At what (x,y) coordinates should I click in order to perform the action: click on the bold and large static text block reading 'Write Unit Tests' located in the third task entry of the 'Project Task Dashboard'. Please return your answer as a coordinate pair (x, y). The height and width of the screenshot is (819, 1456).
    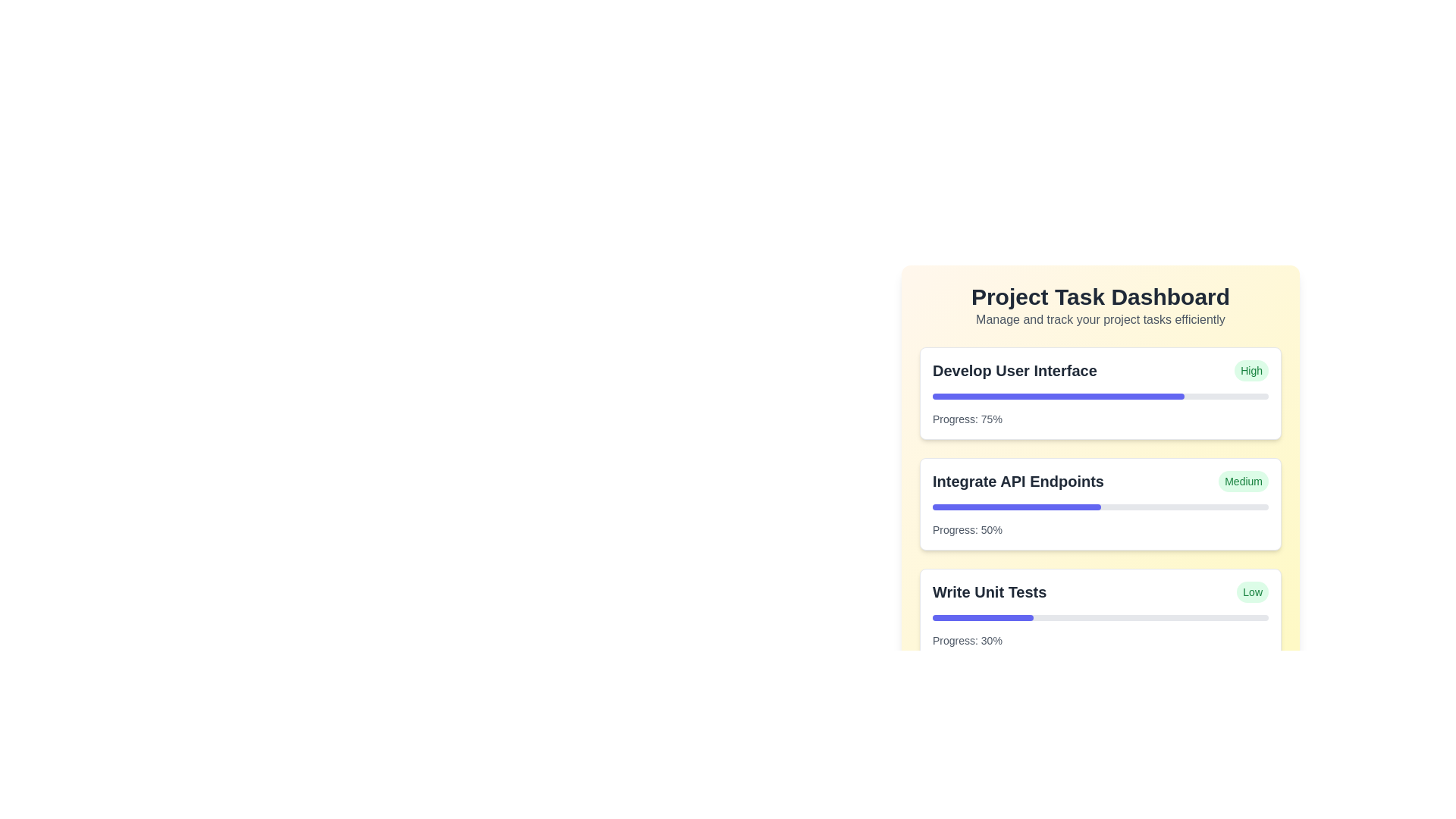
    Looking at the image, I should click on (990, 591).